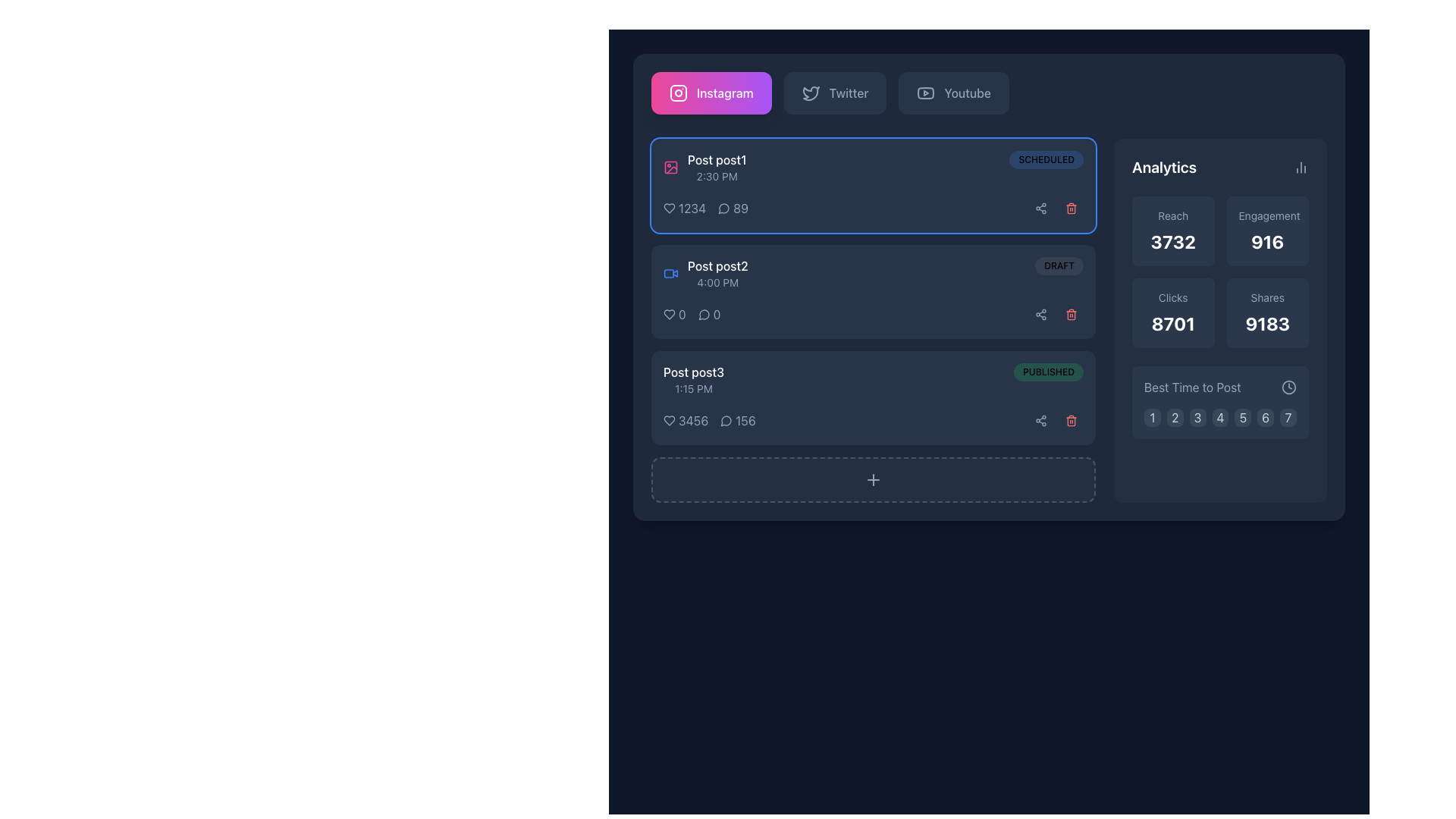 Image resolution: width=1456 pixels, height=819 pixels. What do you see at coordinates (711, 93) in the screenshot?
I see `the gradient button labeled 'Instagram' featuring the Instagram logo` at bounding box center [711, 93].